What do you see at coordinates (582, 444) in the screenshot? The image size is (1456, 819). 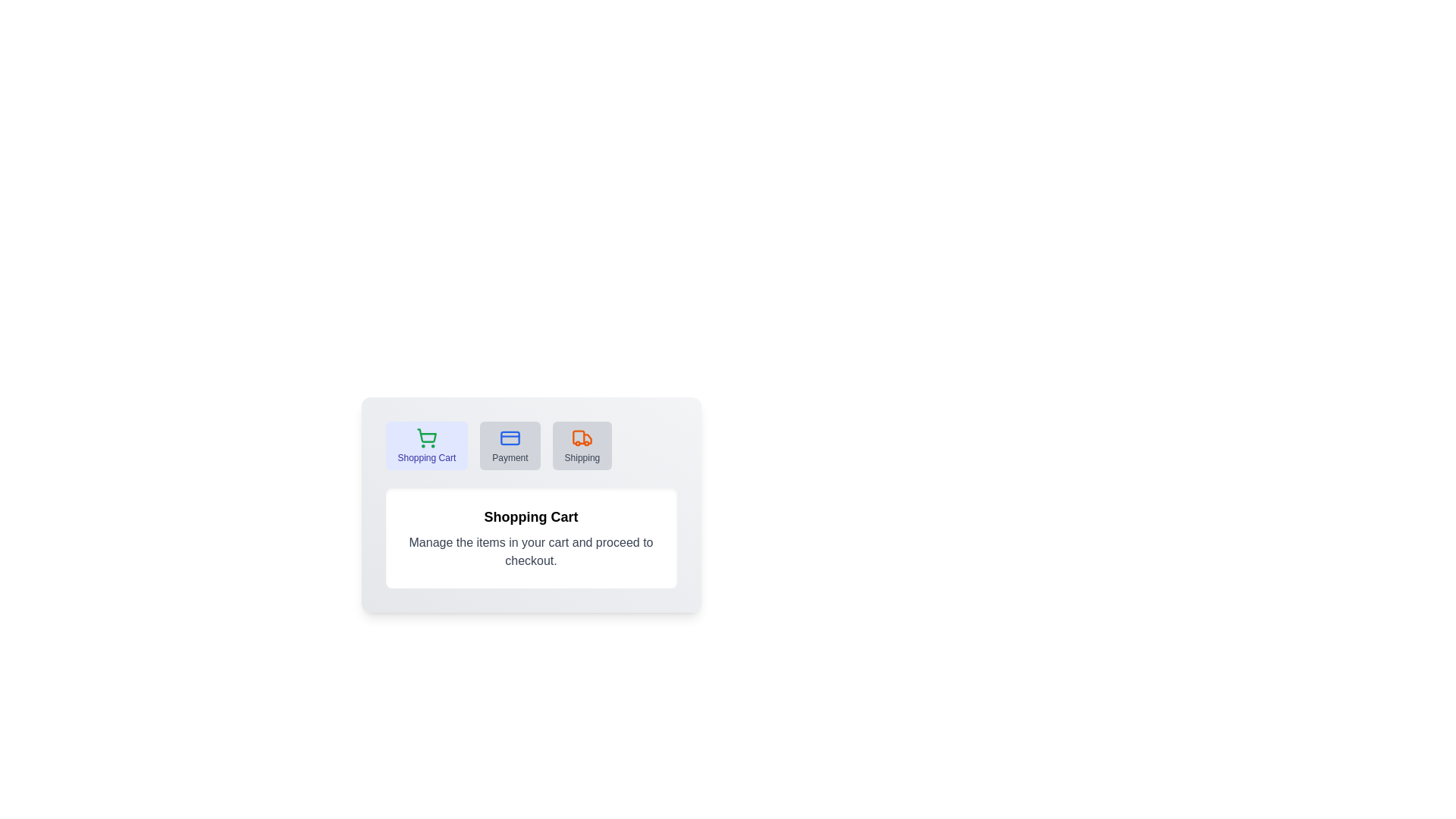 I see `the tab labeled Shipping to switch to it` at bounding box center [582, 444].